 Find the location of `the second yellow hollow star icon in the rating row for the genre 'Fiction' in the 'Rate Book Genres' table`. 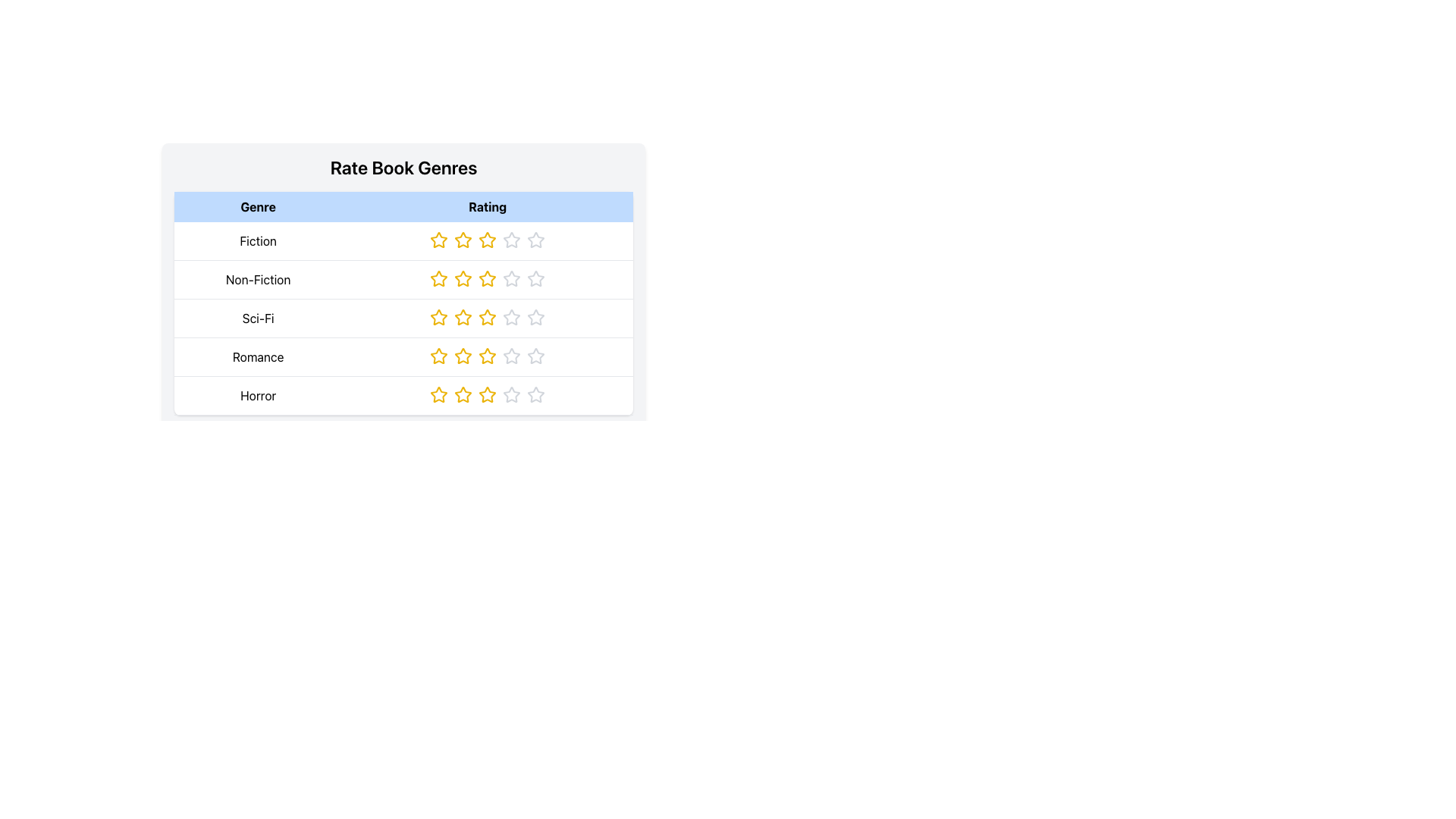

the second yellow hollow star icon in the rating row for the genre 'Fiction' in the 'Rate Book Genres' table is located at coordinates (438, 239).